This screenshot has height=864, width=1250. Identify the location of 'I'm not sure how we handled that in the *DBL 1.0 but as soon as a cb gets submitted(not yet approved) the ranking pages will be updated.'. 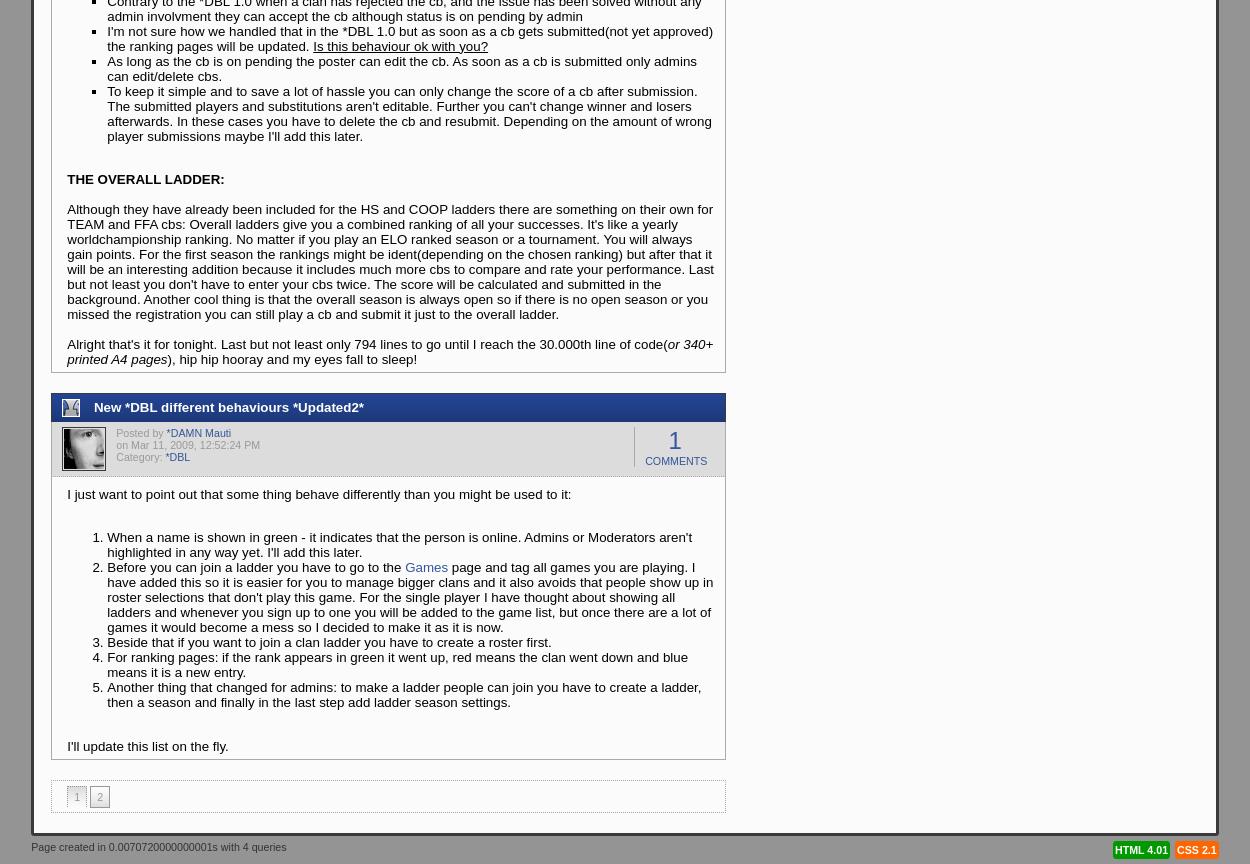
(410, 38).